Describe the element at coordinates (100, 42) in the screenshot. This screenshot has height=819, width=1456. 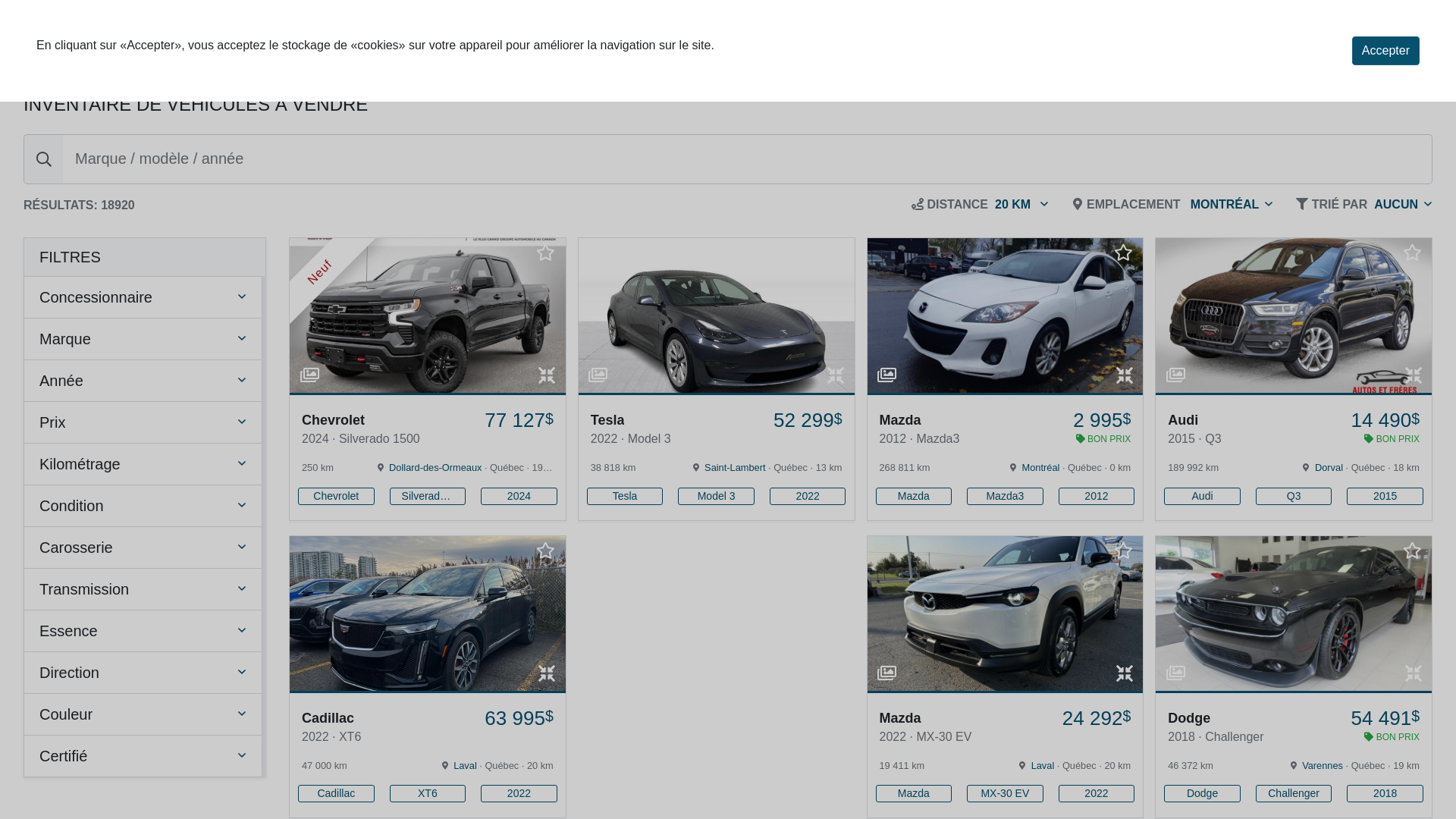
I see `'AutoExpert'` at that location.